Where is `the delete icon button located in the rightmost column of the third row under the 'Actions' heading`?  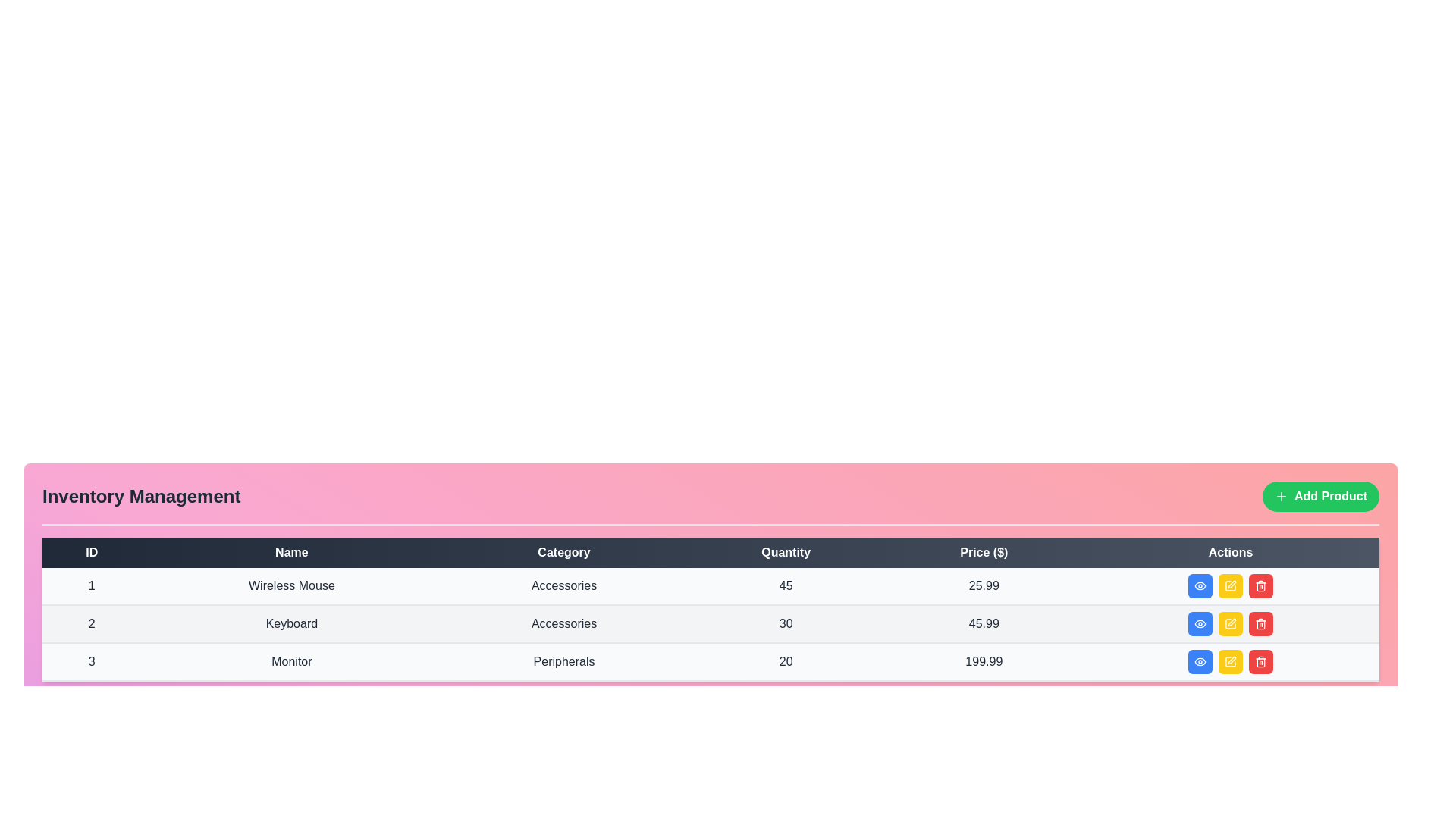
the delete icon button located in the rightmost column of the third row under the 'Actions' heading is located at coordinates (1261, 661).